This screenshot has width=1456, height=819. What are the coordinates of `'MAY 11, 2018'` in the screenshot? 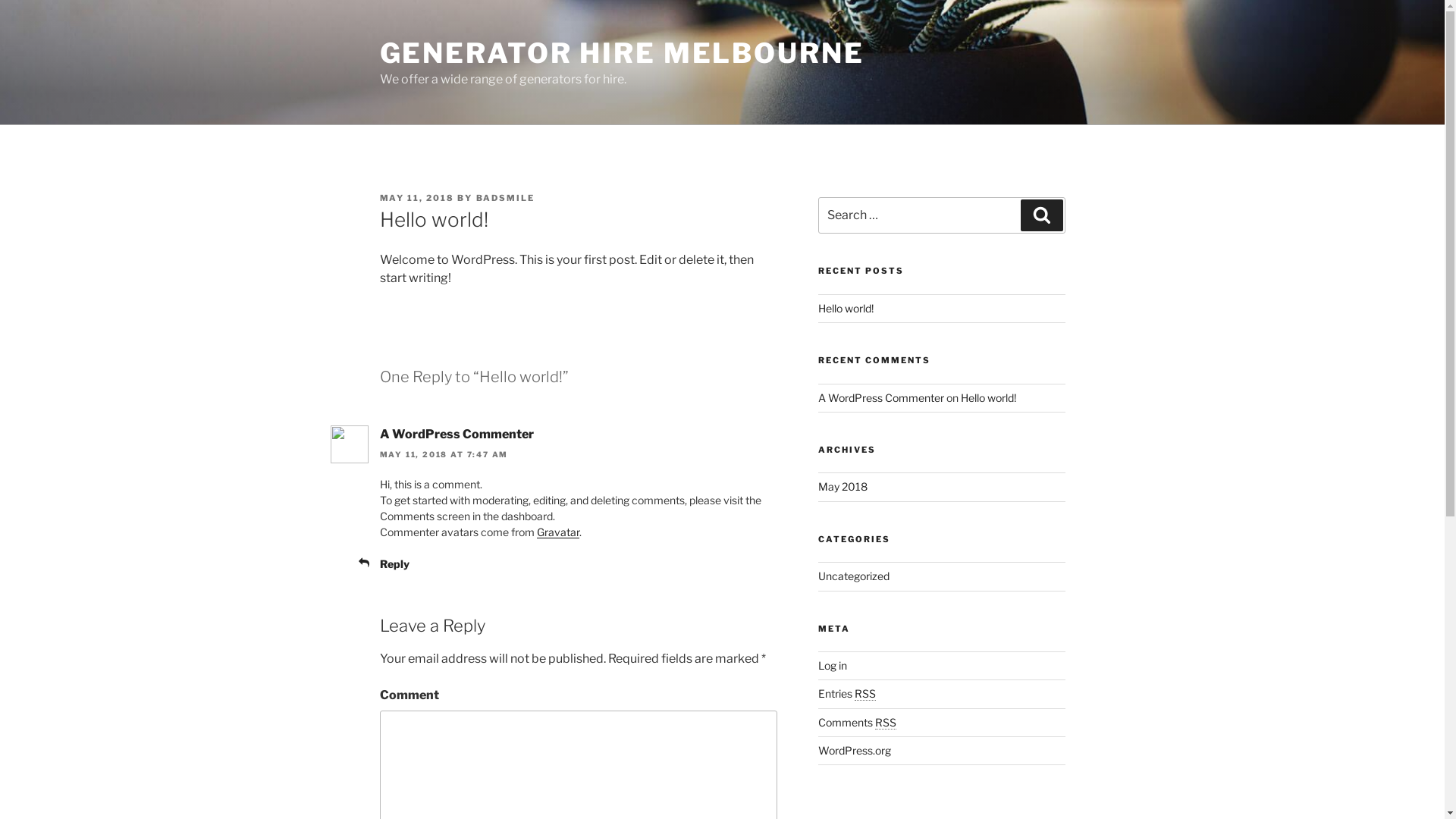 It's located at (416, 197).